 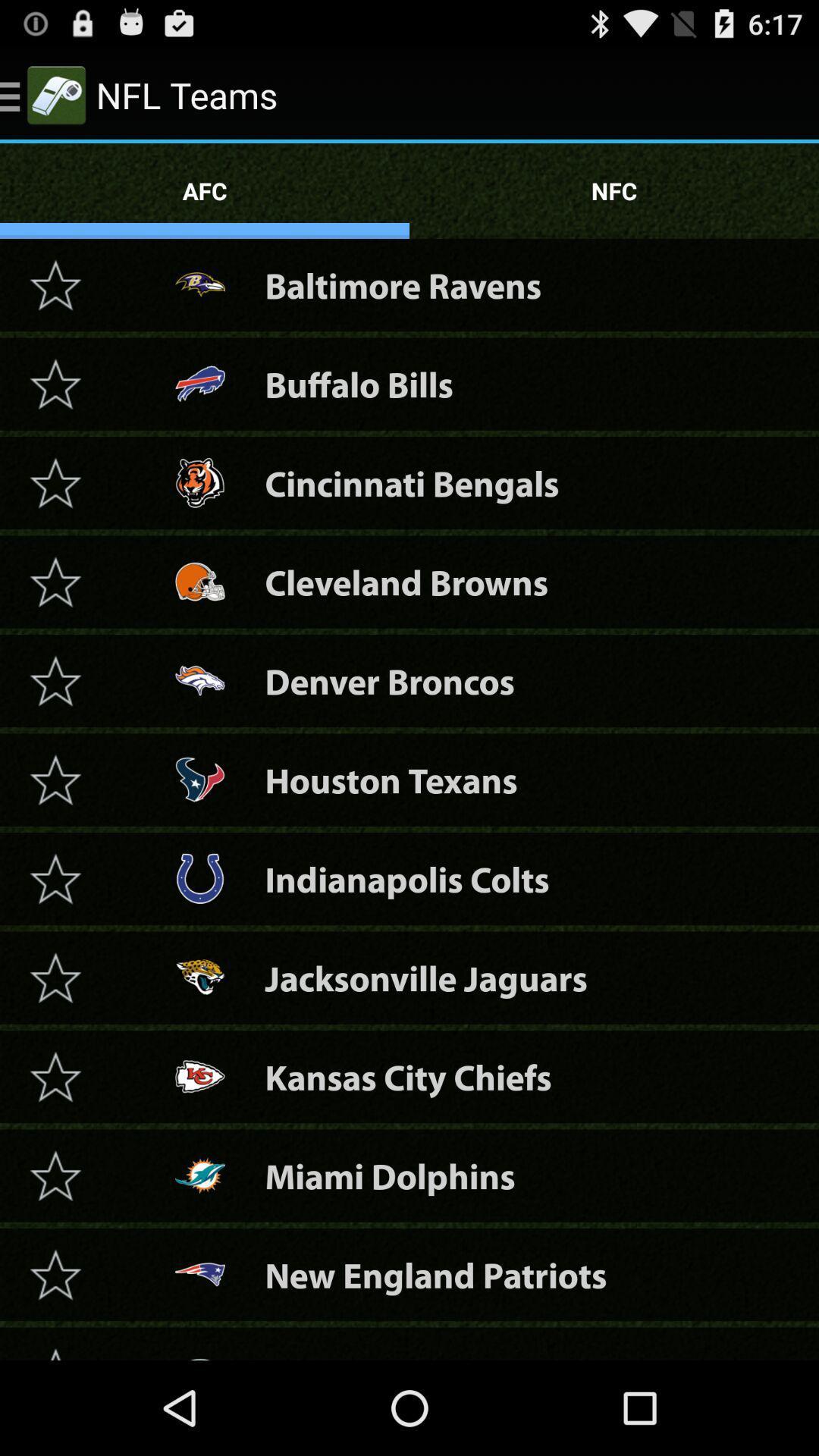 What do you see at coordinates (55, 977) in the screenshot?
I see `team to favorites` at bounding box center [55, 977].